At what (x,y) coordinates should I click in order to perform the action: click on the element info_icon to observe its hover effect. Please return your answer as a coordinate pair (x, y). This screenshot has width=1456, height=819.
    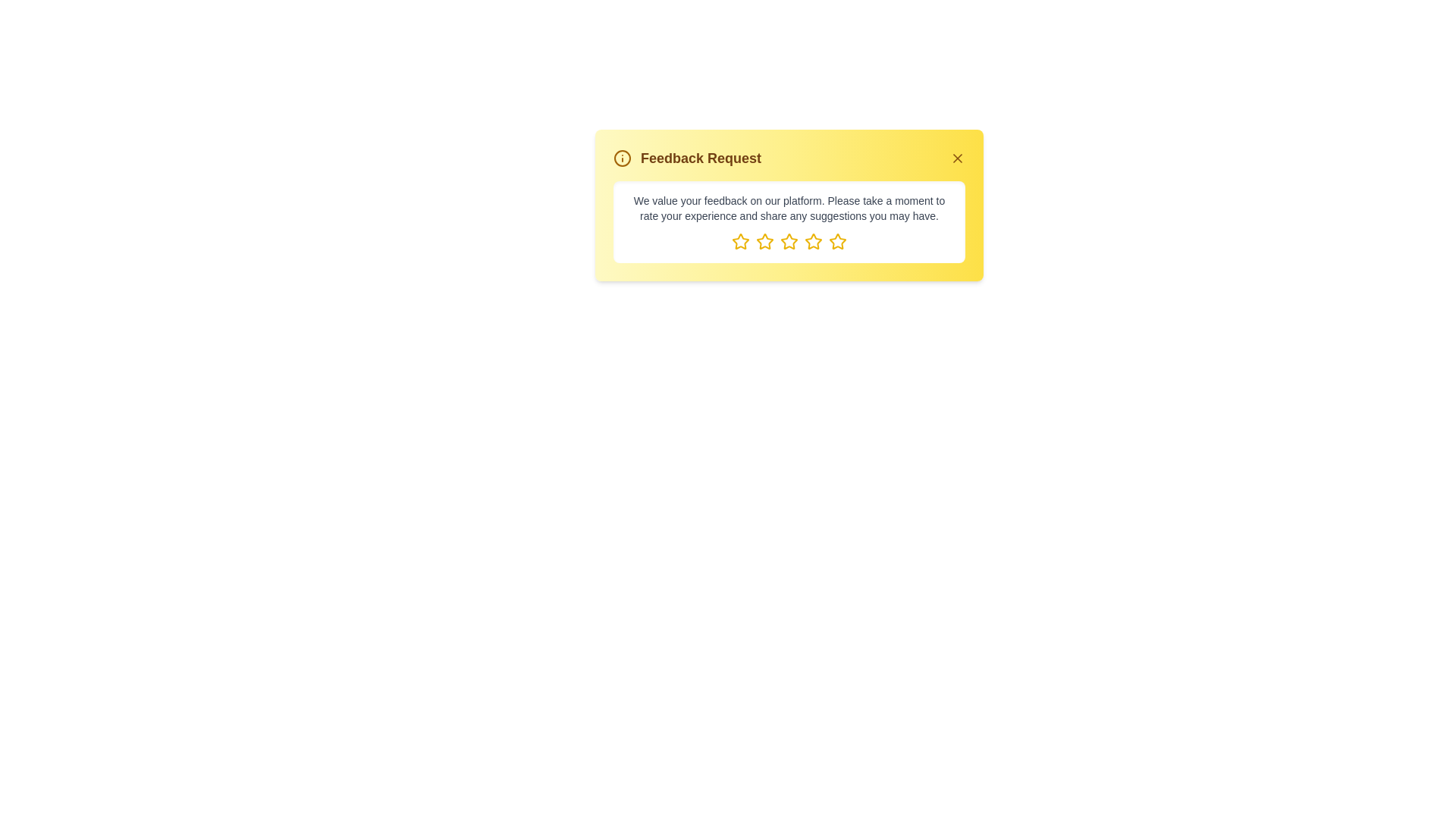
    Looking at the image, I should click on (622, 158).